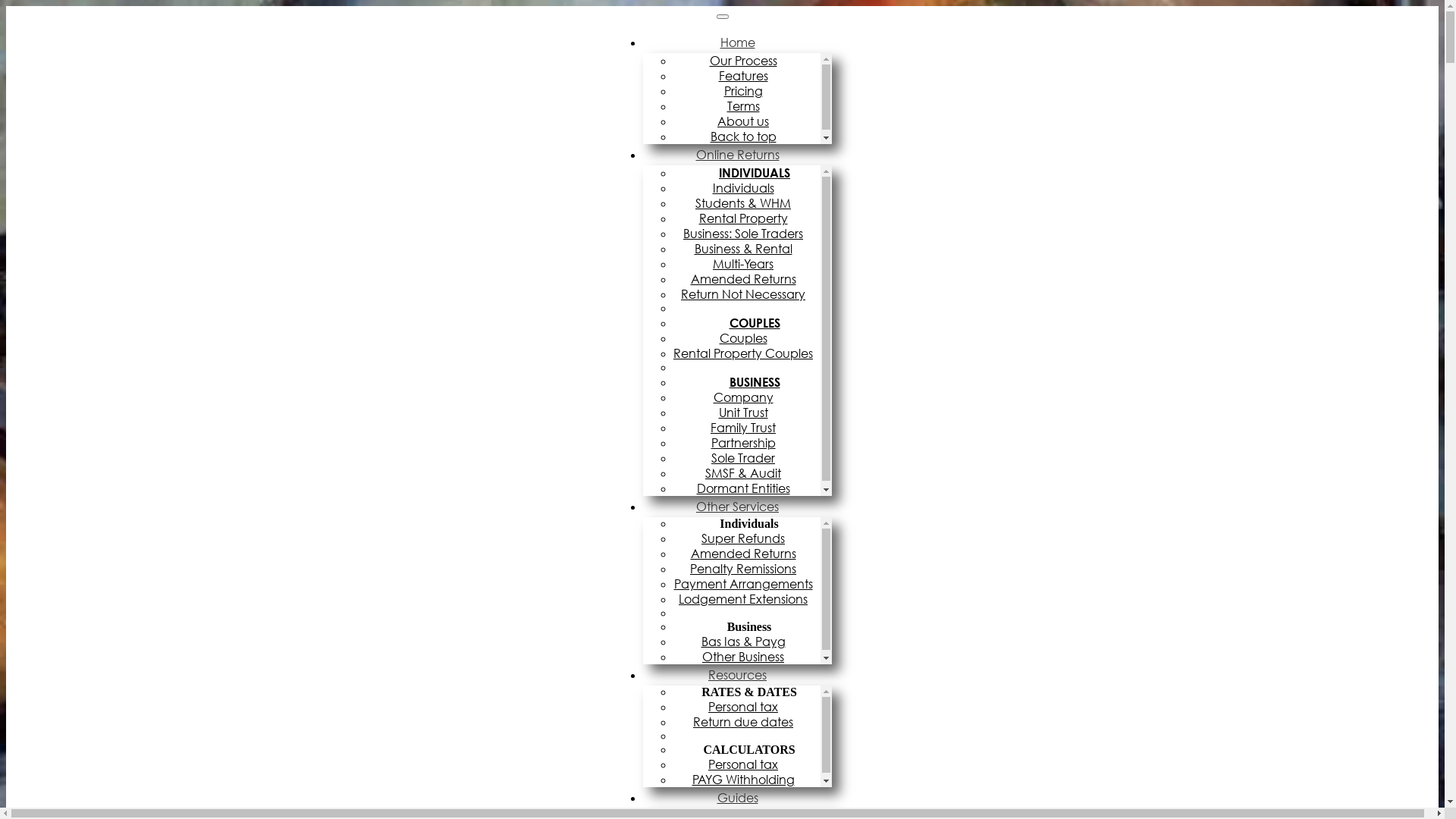 This screenshot has height=819, width=1456. Describe the element at coordinates (746, 120) in the screenshot. I see `'About us'` at that location.